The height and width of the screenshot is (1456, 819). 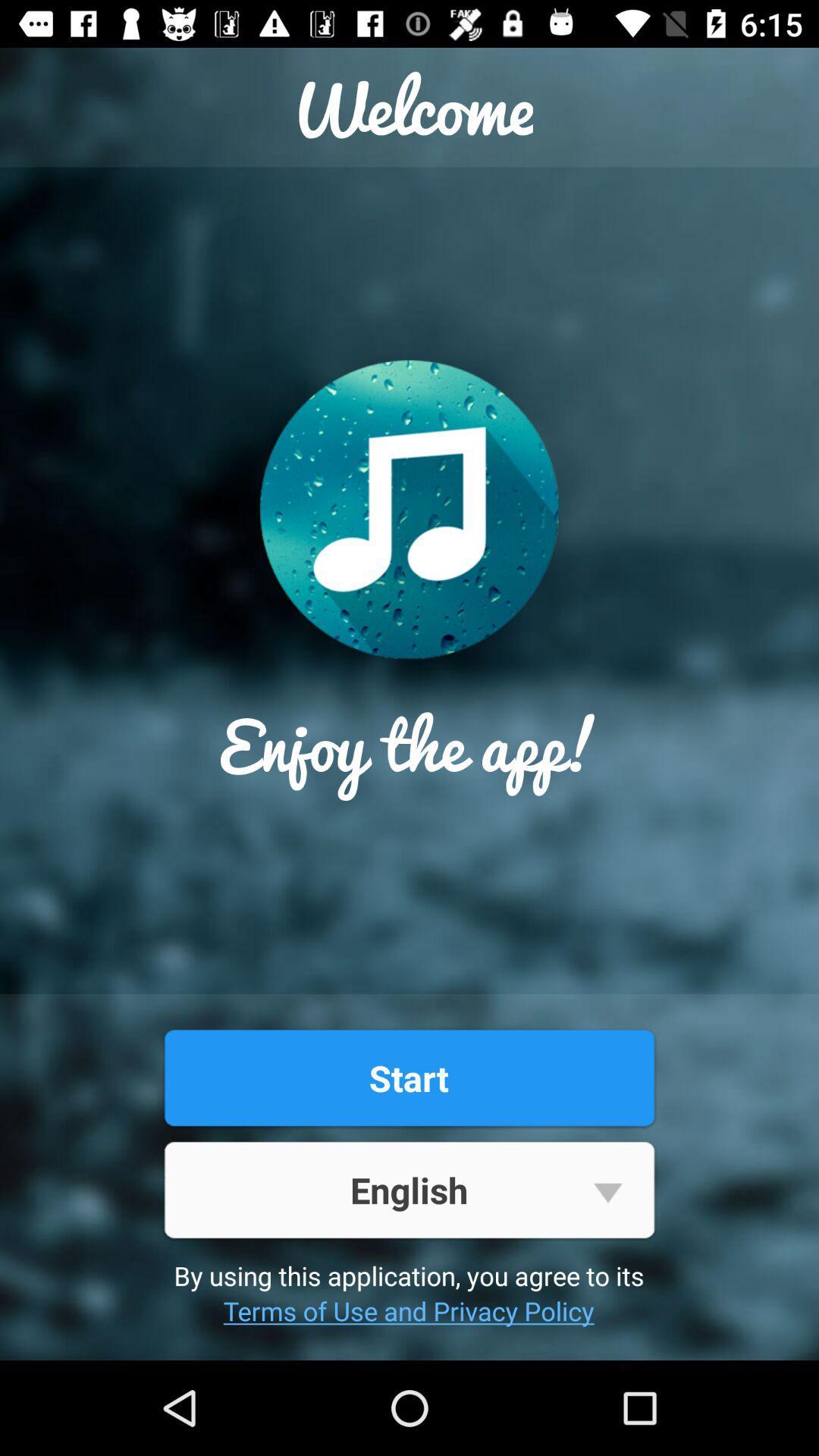 I want to click on start item, so click(x=408, y=1077).